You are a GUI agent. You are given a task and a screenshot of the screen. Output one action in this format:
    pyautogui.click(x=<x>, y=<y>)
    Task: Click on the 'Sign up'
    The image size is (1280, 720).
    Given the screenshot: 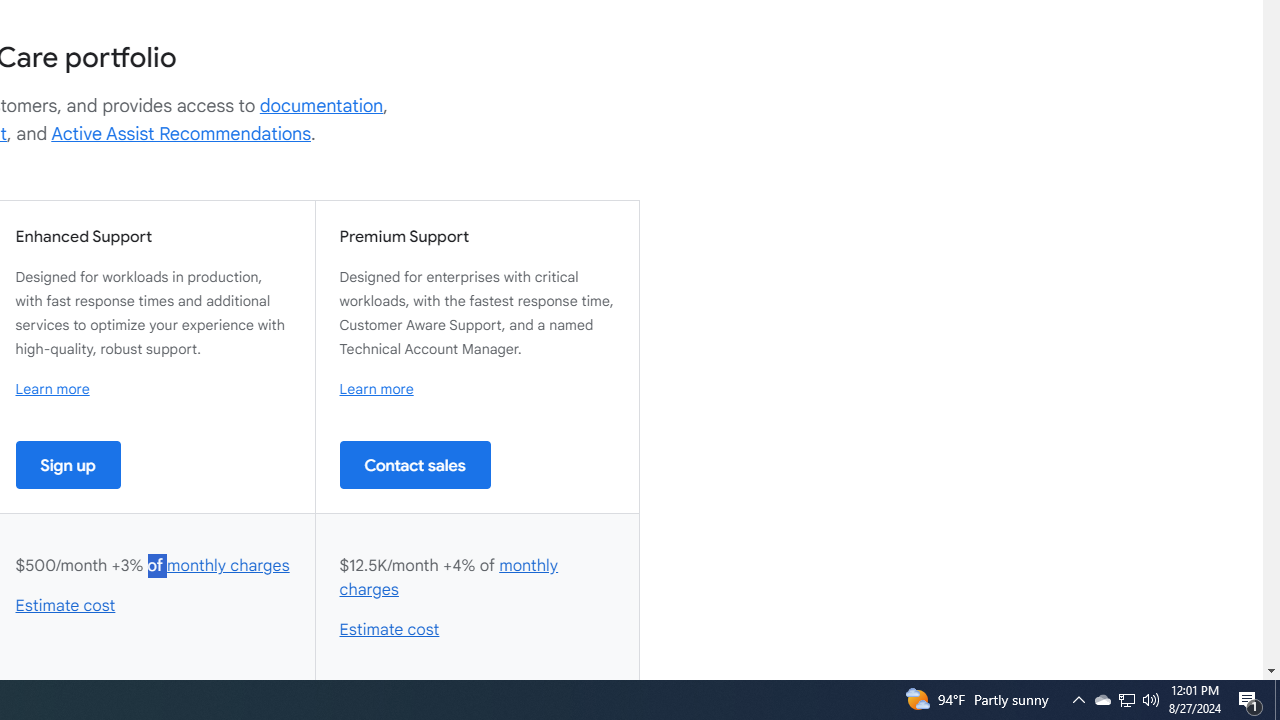 What is the action you would take?
    pyautogui.click(x=68, y=464)
    